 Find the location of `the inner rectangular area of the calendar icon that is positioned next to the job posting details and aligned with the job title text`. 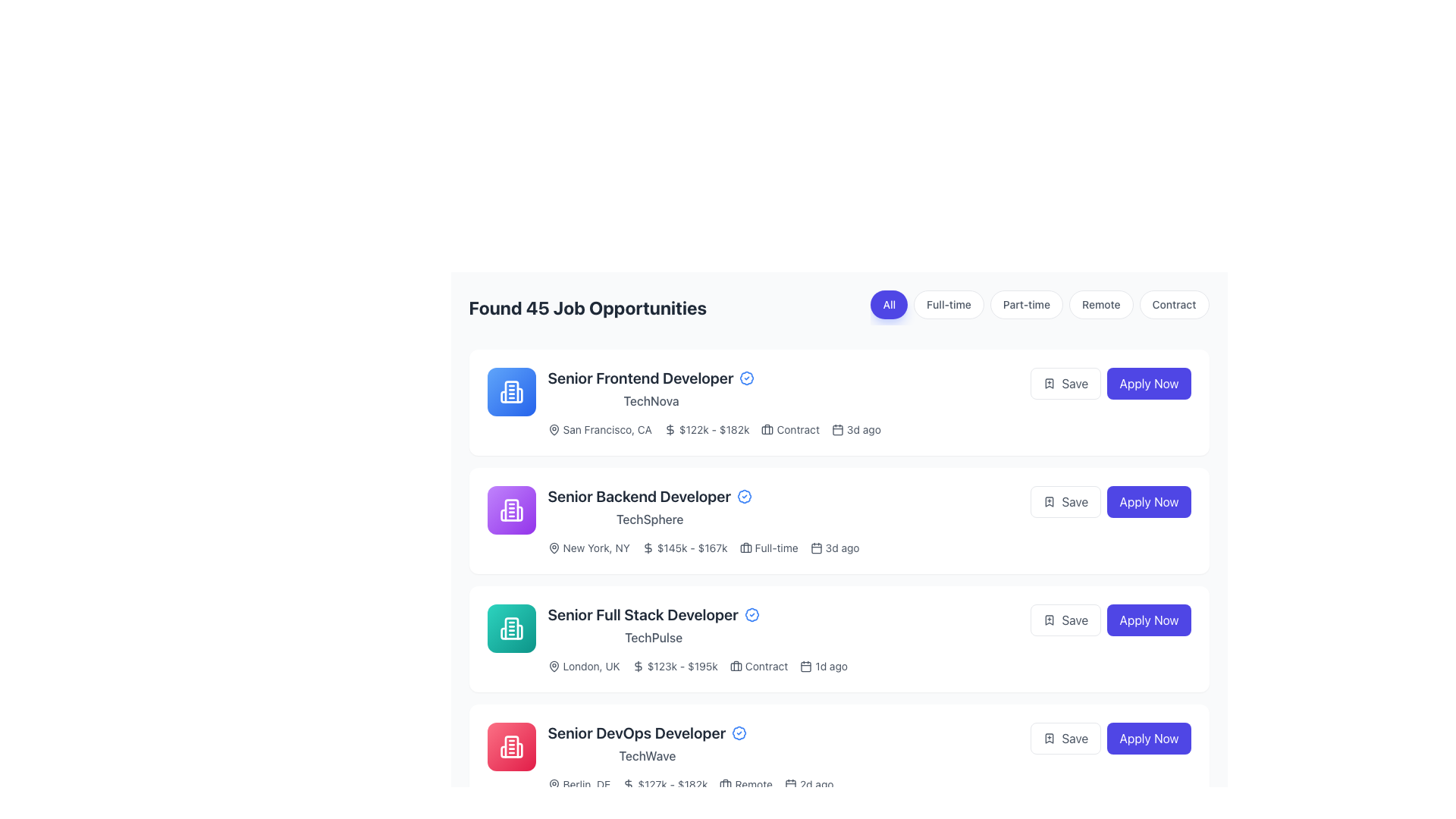

the inner rectangular area of the calendar icon that is positioned next to the job posting details and aligned with the job title text is located at coordinates (805, 666).